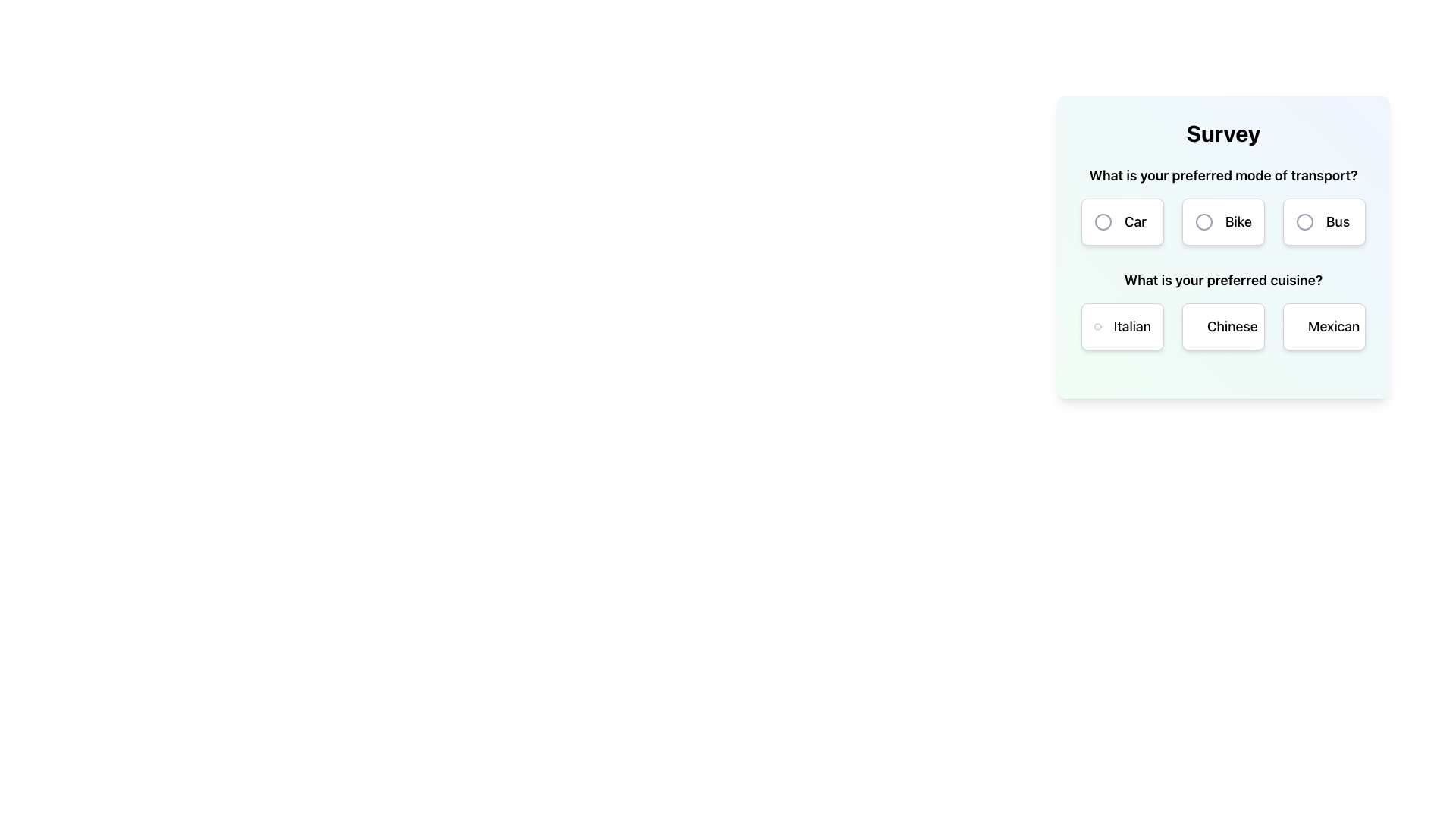 Image resolution: width=1456 pixels, height=819 pixels. Describe the element at coordinates (1103, 222) in the screenshot. I see `the state of the radio button indicator for the 'Car' option in the survey question 'What is your preferred mode of transport?'` at that location.